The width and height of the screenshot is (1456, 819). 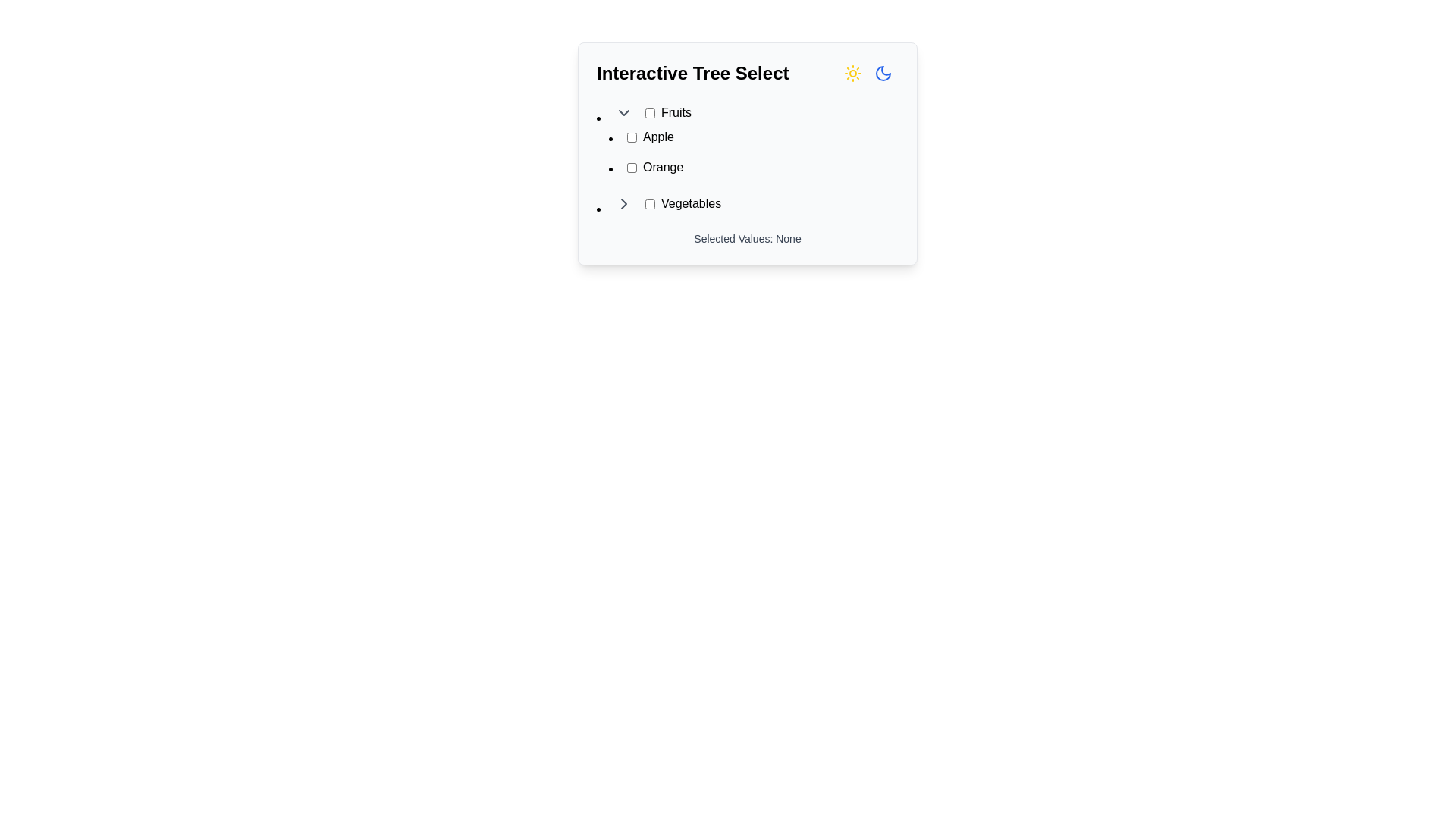 What do you see at coordinates (747, 167) in the screenshot?
I see `the 'Orange' checkbox located under the 'Fruits' category` at bounding box center [747, 167].